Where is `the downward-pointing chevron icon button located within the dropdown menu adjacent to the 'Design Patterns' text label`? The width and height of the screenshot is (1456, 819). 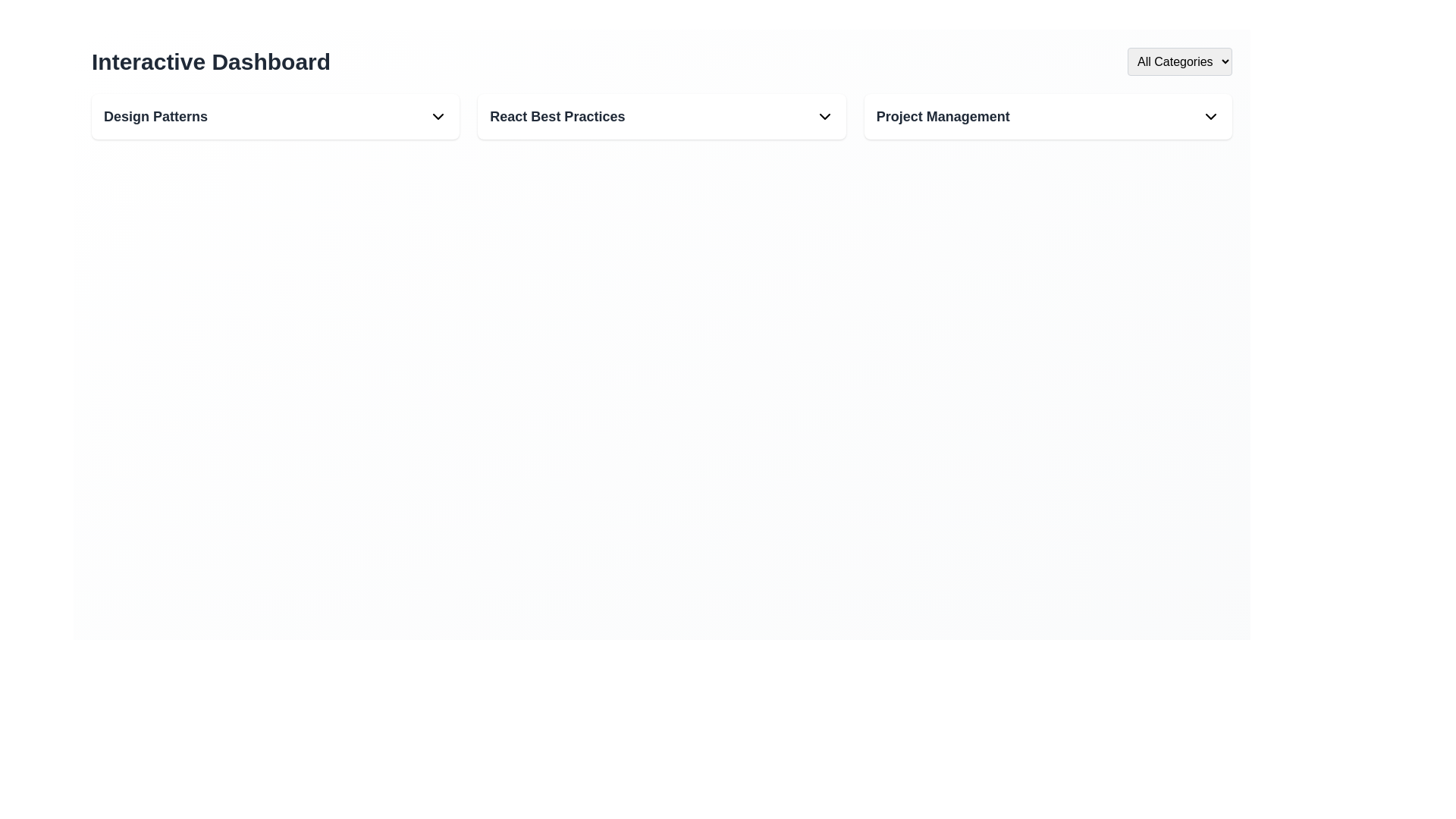 the downward-pointing chevron icon button located within the dropdown menu adjacent to the 'Design Patterns' text label is located at coordinates (438, 116).